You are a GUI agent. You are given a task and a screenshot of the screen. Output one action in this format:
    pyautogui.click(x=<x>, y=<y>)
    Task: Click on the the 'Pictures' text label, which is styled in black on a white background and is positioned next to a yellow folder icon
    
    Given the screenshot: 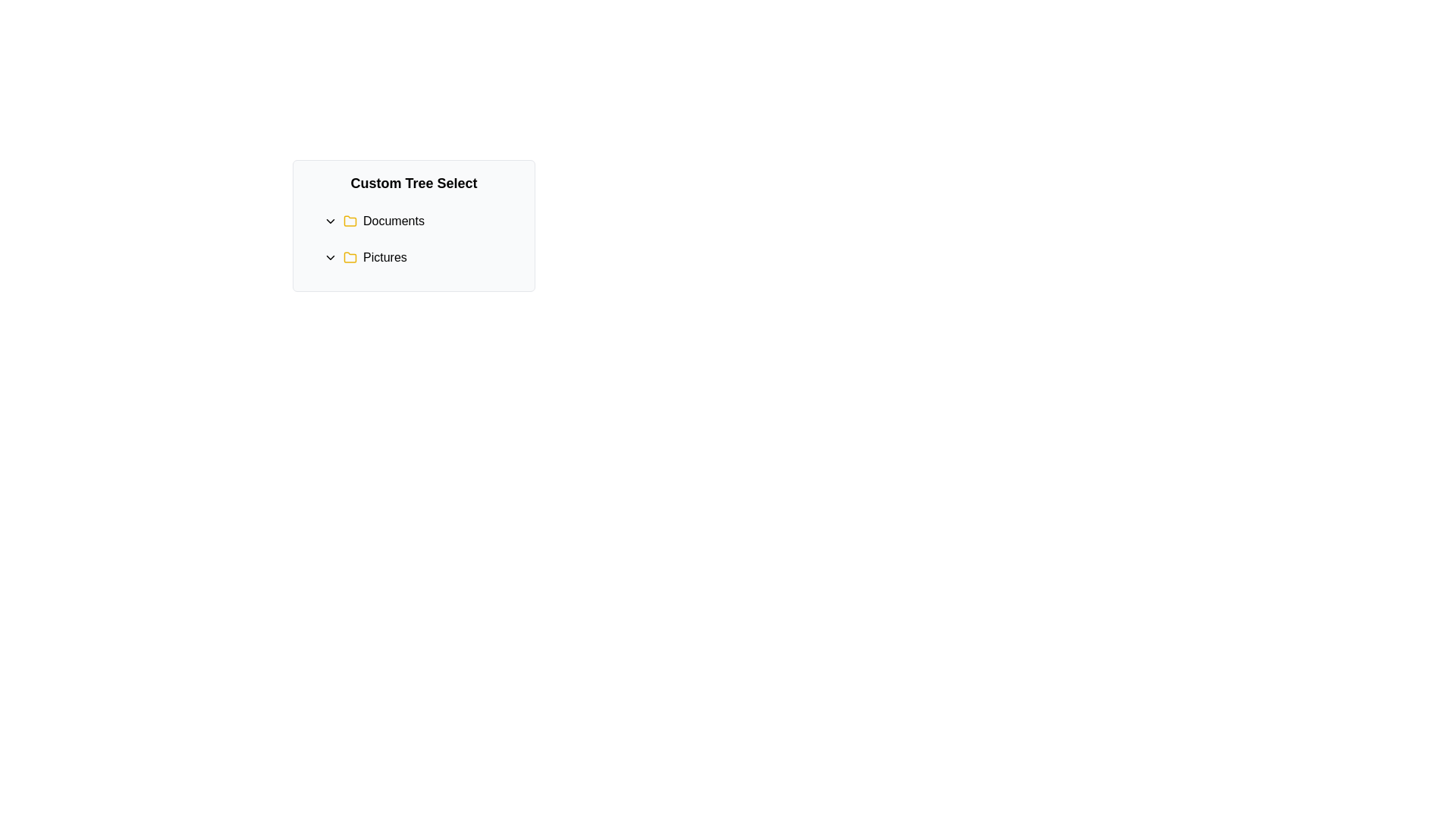 What is the action you would take?
    pyautogui.click(x=384, y=256)
    